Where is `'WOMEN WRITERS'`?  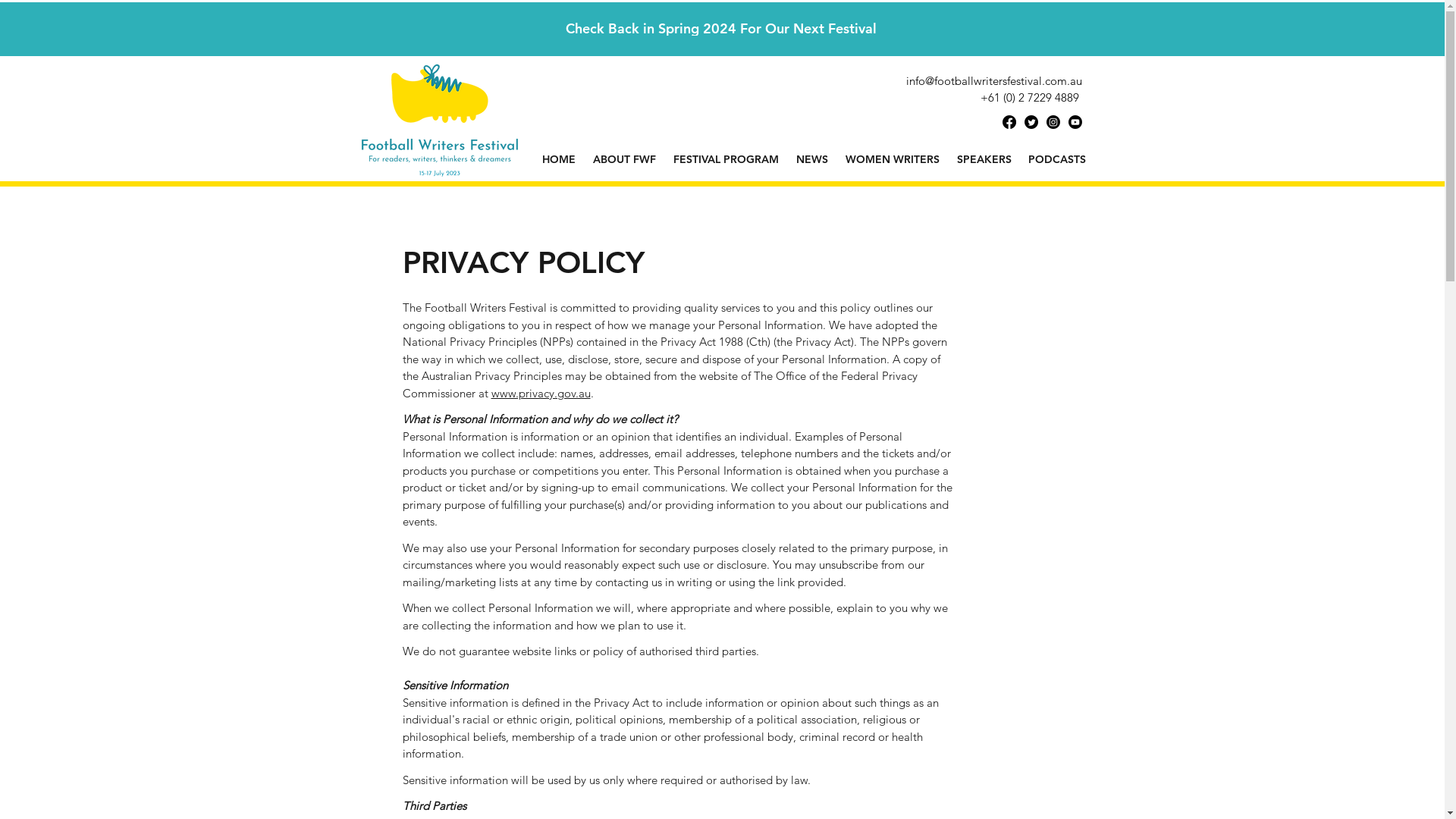 'WOMEN WRITERS' is located at coordinates (893, 158).